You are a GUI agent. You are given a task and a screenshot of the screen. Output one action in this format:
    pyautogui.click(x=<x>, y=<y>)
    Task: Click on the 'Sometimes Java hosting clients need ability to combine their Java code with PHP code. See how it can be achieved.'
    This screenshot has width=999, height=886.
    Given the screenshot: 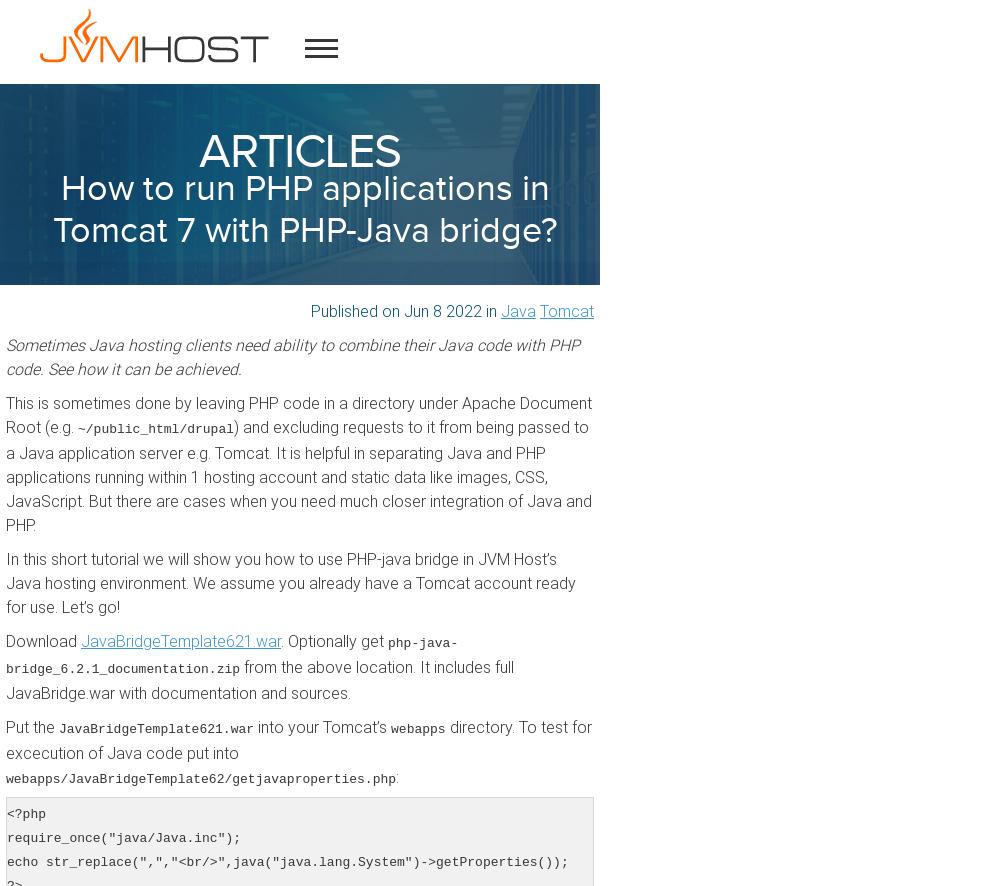 What is the action you would take?
    pyautogui.click(x=292, y=357)
    